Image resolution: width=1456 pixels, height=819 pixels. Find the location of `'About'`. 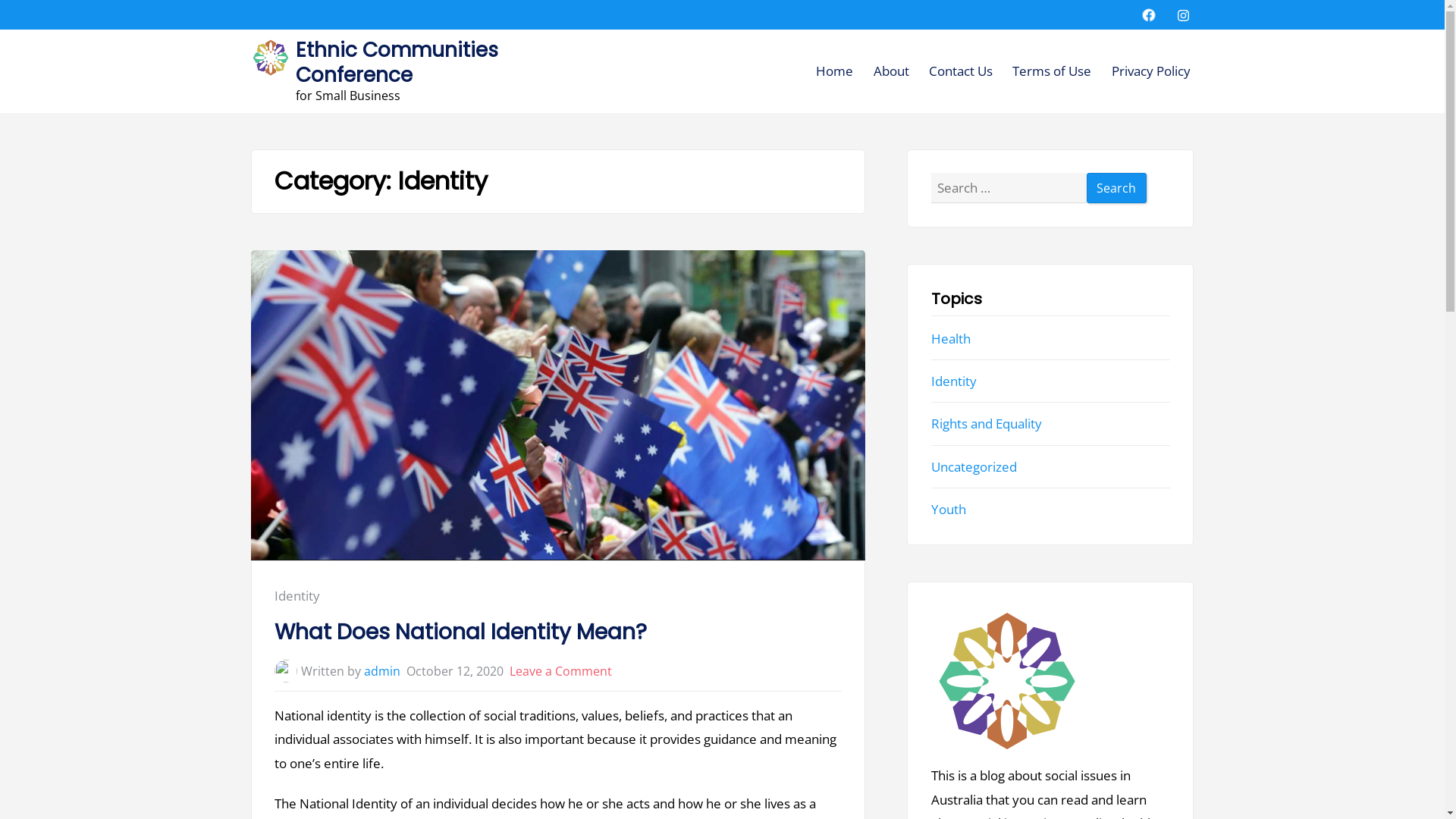

'About' is located at coordinates (874, 71).